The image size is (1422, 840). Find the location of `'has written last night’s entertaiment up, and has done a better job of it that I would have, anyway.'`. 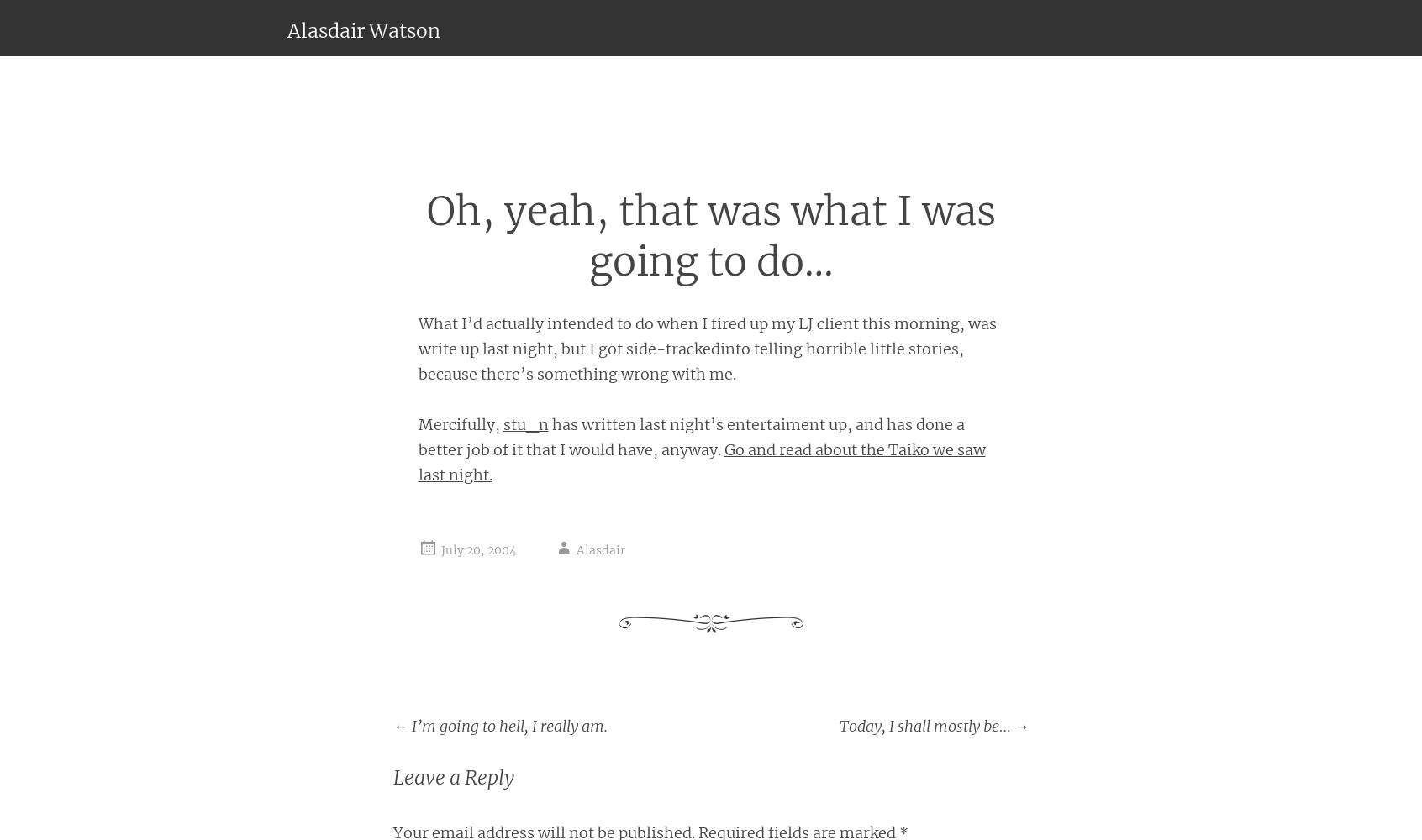

'has written last night’s entertaiment up, and has done a better job of it that I would have, anyway.' is located at coordinates (690, 436).